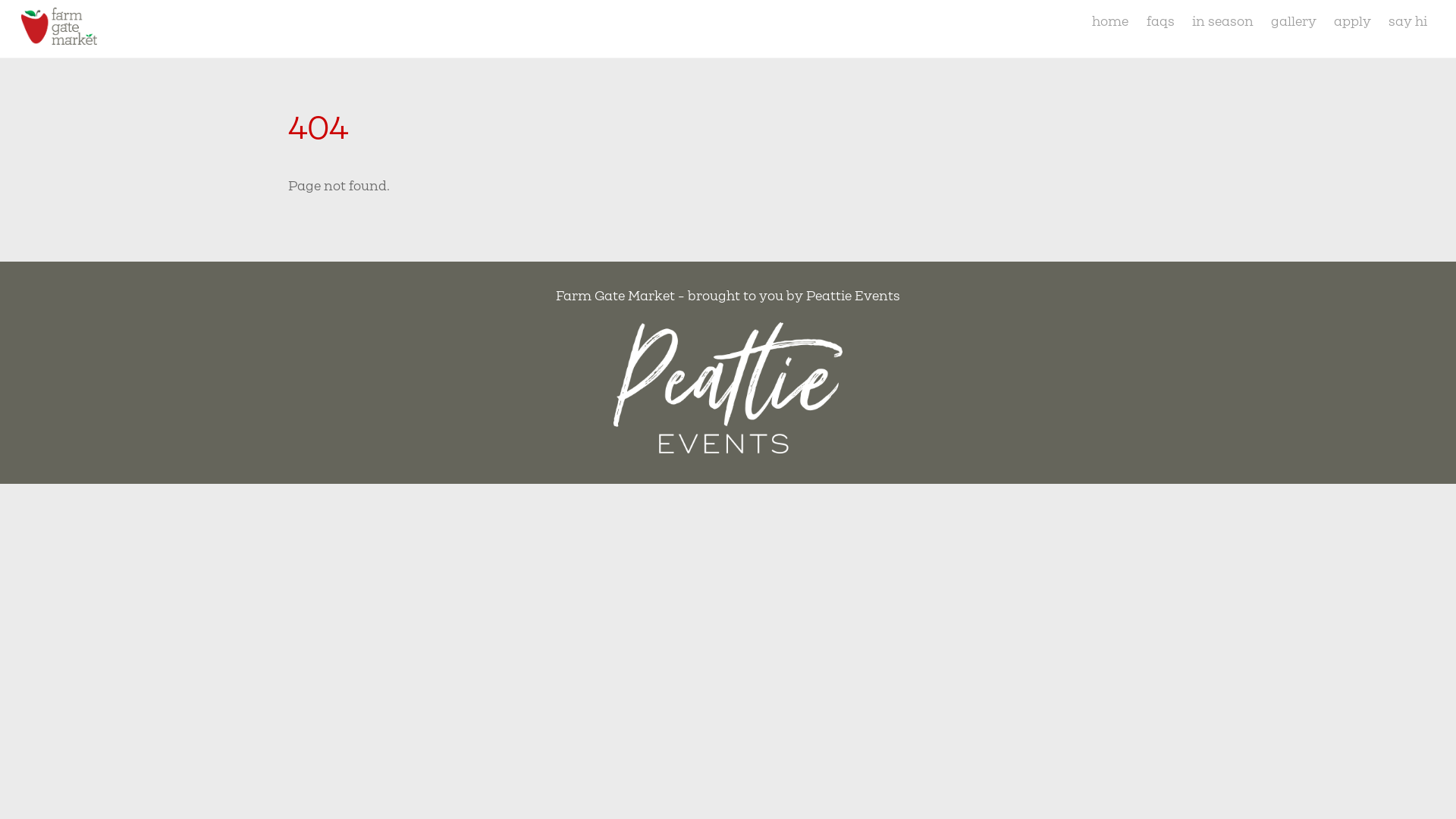 The image size is (1456, 819). Describe the element at coordinates (1407, 20) in the screenshot. I see `'say hi'` at that location.